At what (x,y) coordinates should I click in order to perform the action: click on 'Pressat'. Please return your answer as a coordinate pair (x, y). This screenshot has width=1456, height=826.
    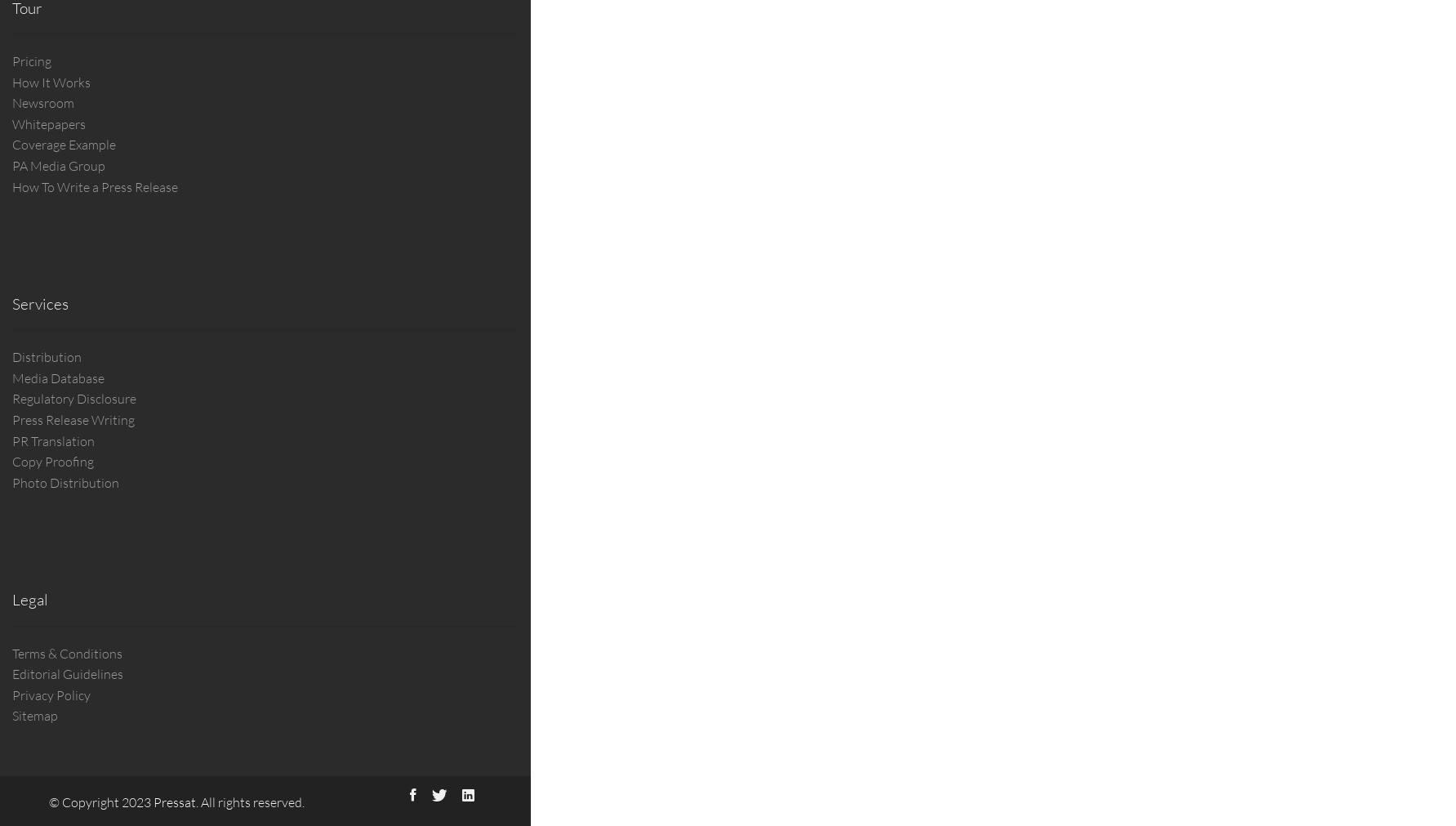
    Looking at the image, I should click on (152, 801).